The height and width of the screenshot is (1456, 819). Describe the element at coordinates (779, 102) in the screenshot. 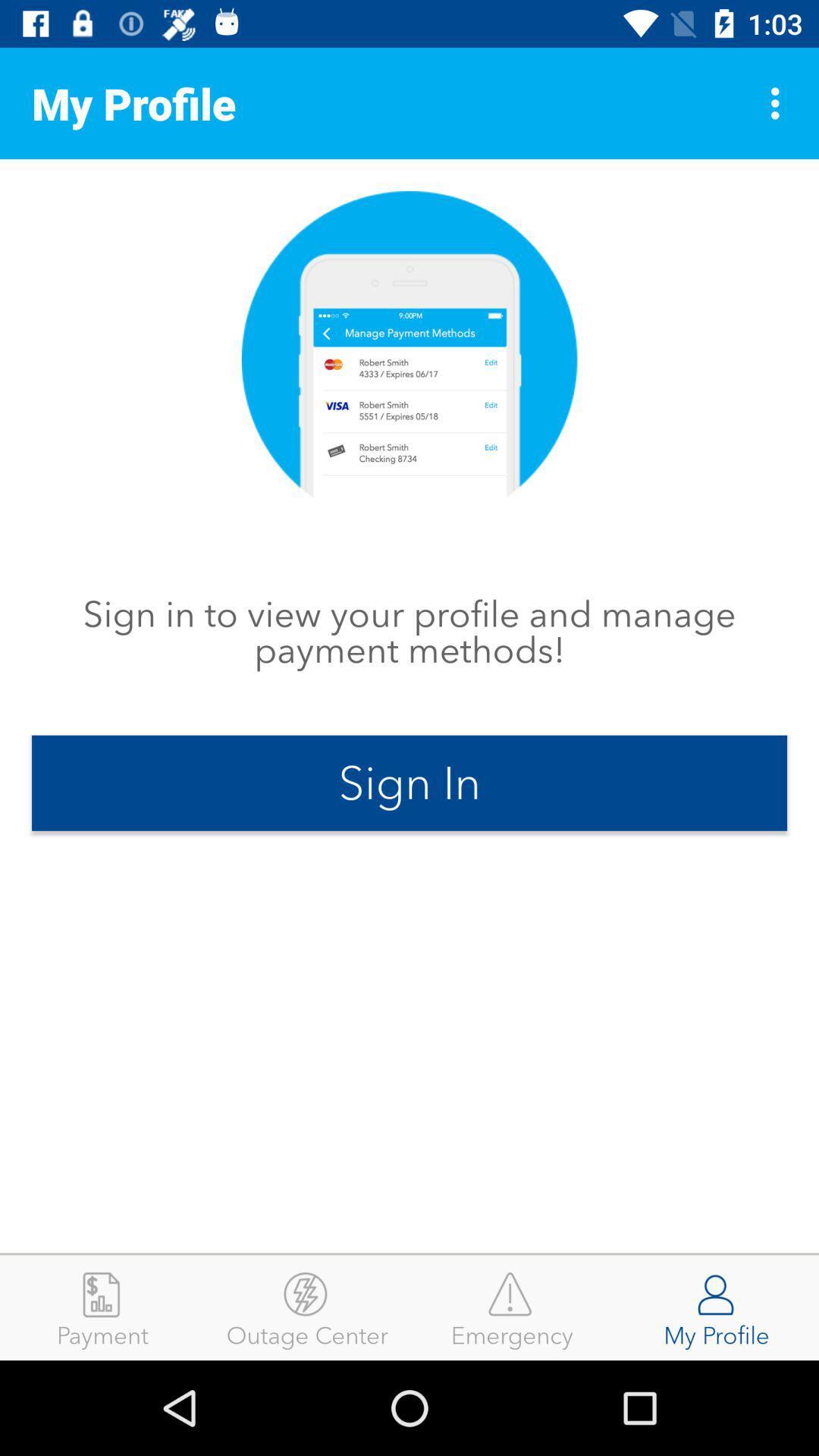

I see `icon at the top right corner` at that location.